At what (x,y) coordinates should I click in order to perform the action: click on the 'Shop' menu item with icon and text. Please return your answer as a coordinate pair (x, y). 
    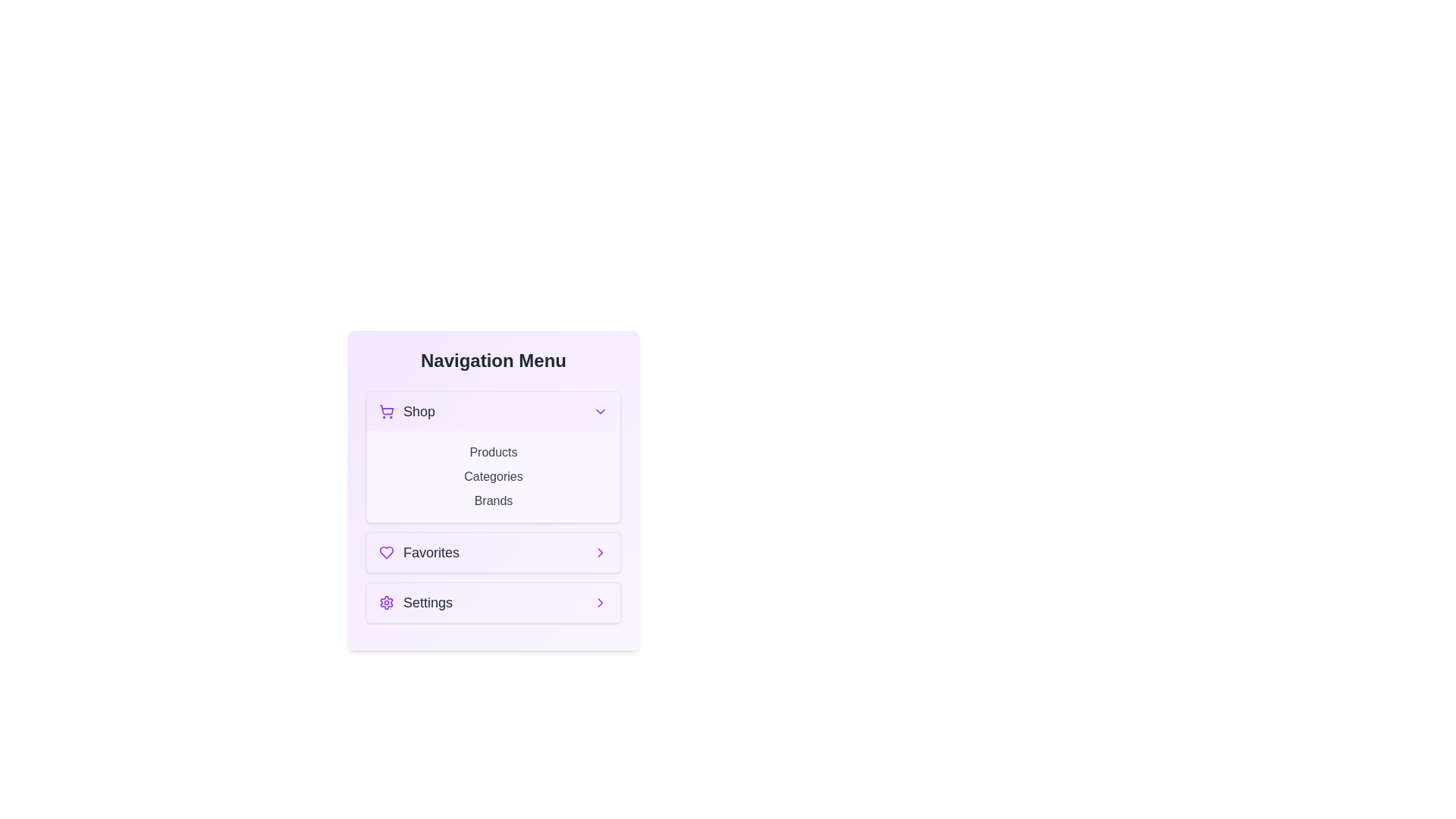
    Looking at the image, I should click on (407, 412).